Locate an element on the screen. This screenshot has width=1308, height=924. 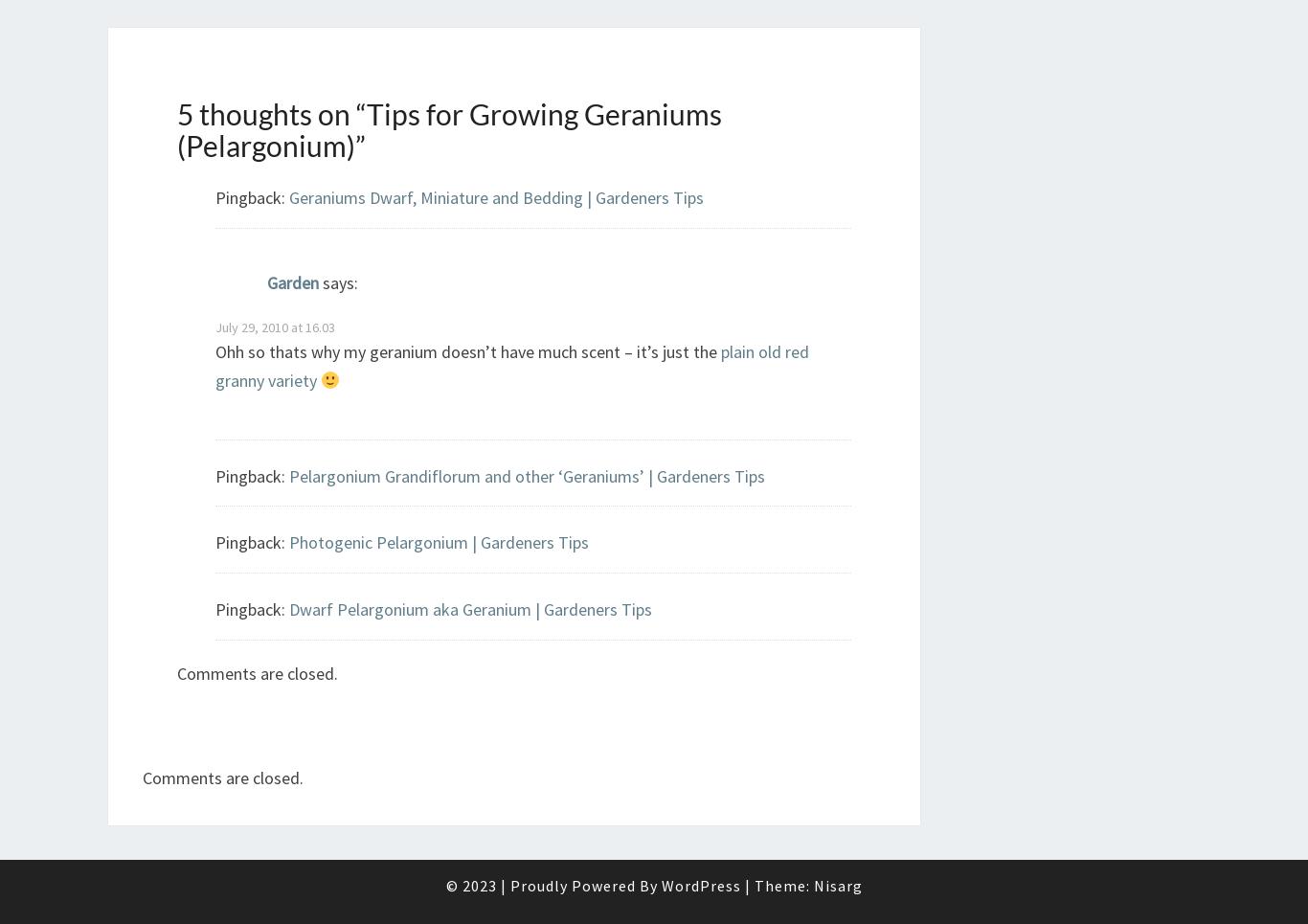
'WordPress' is located at coordinates (660, 884).